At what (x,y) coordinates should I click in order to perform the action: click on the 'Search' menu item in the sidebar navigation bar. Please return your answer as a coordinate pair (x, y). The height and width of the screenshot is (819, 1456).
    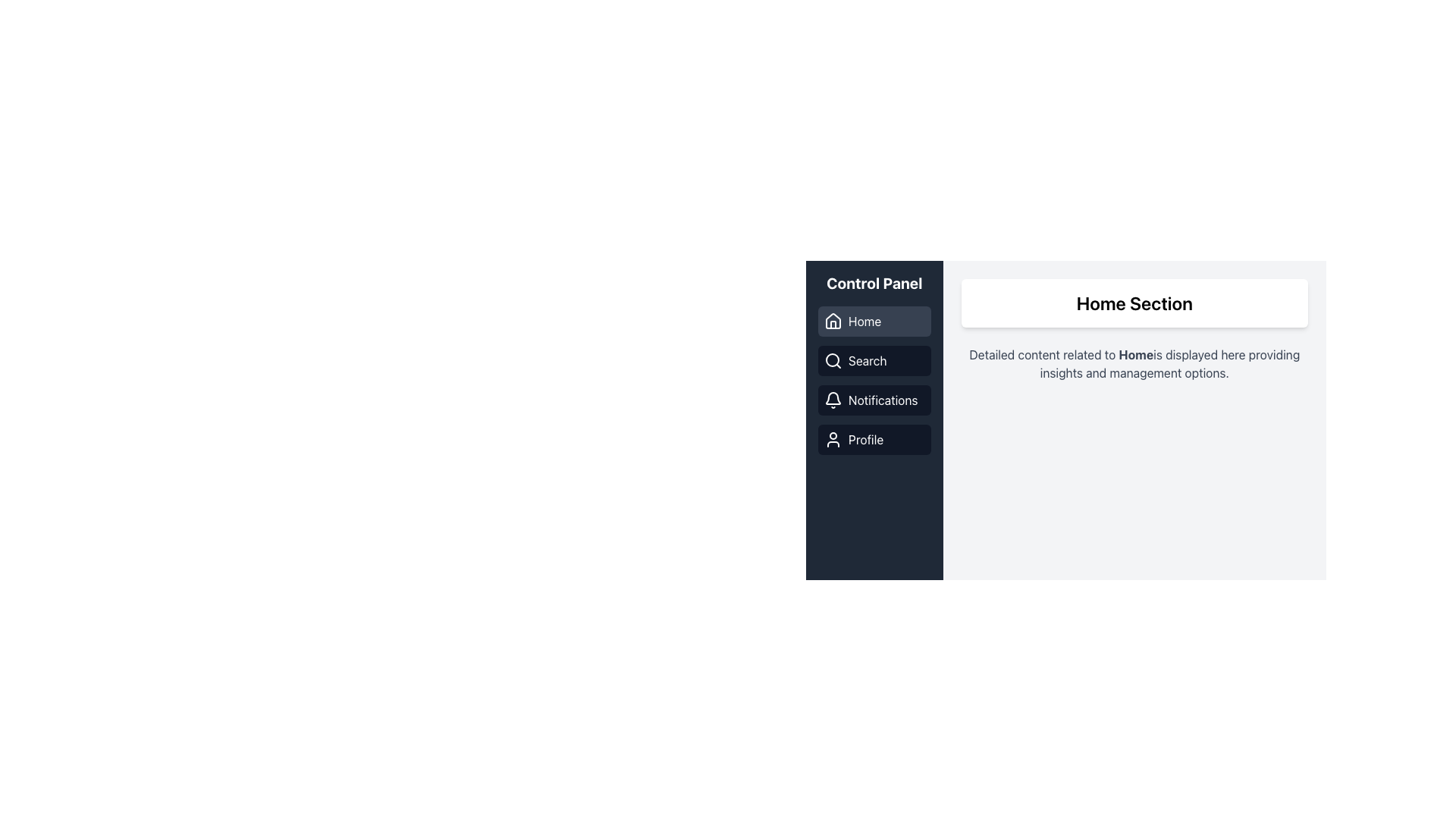
    Looking at the image, I should click on (874, 379).